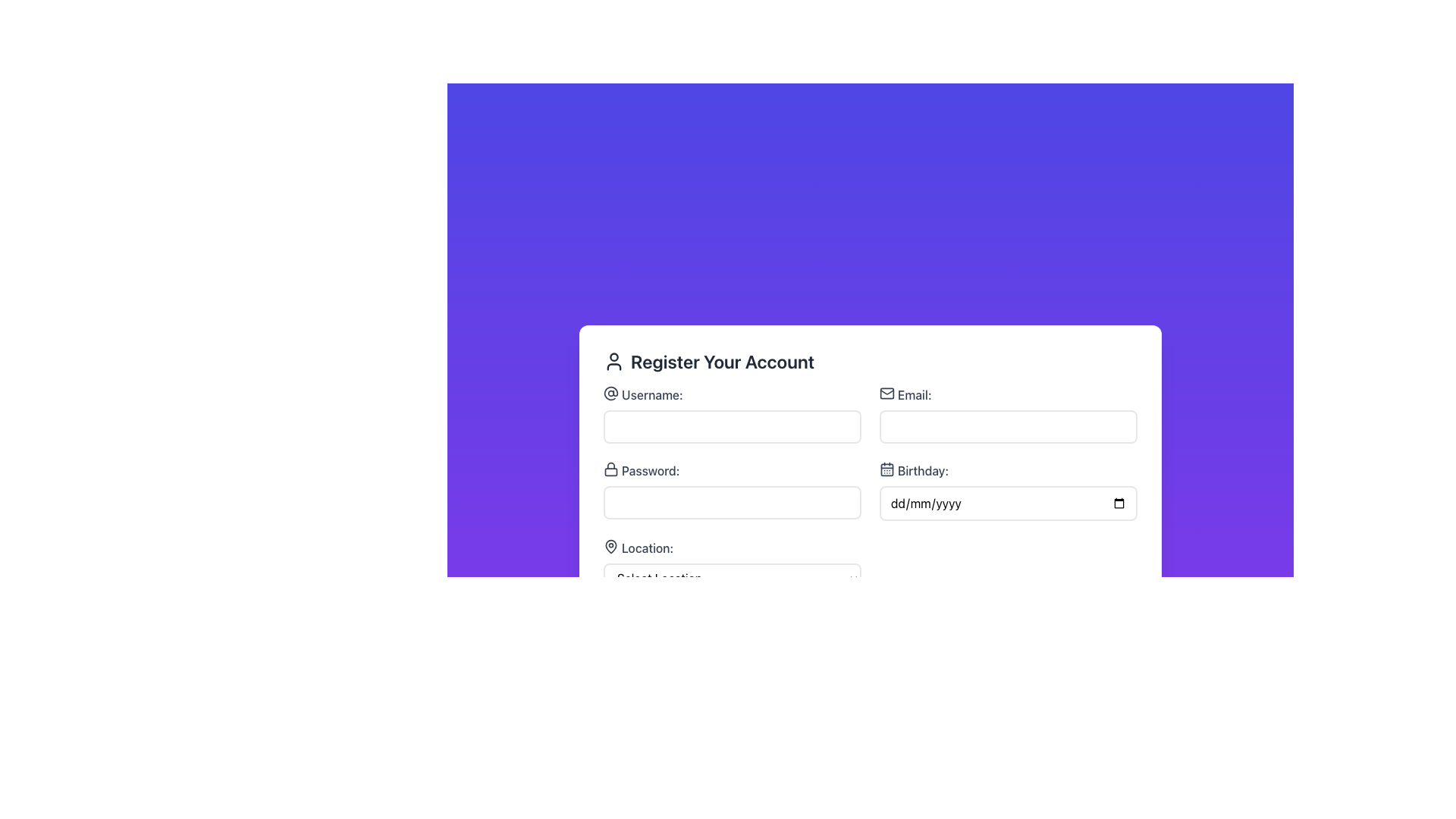 The width and height of the screenshot is (1456, 819). I want to click on the email field icon located to the immediate left of the 'Email:' label, which serves as an intuitive reference for users, so click(887, 393).